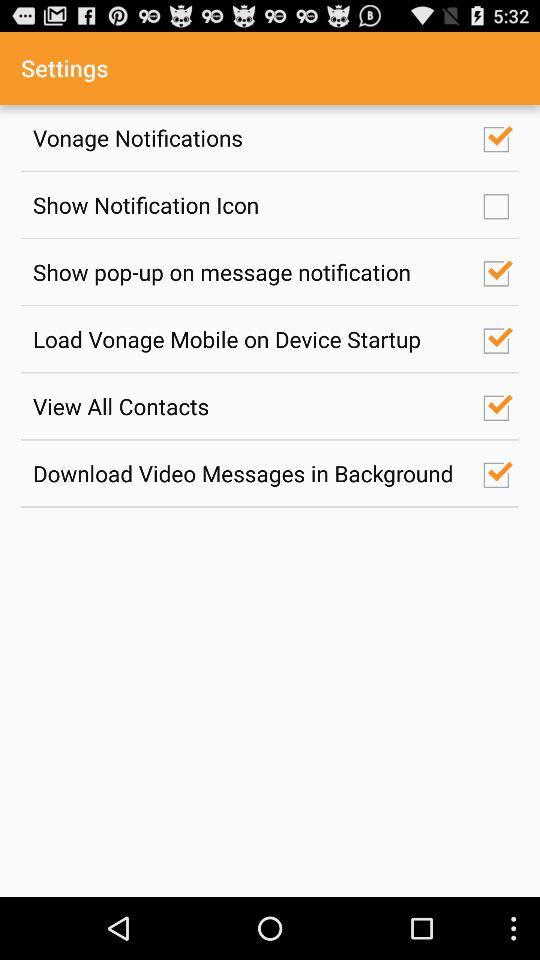 The width and height of the screenshot is (540, 960). What do you see at coordinates (247, 136) in the screenshot?
I see `the item above the show notification icon item` at bounding box center [247, 136].